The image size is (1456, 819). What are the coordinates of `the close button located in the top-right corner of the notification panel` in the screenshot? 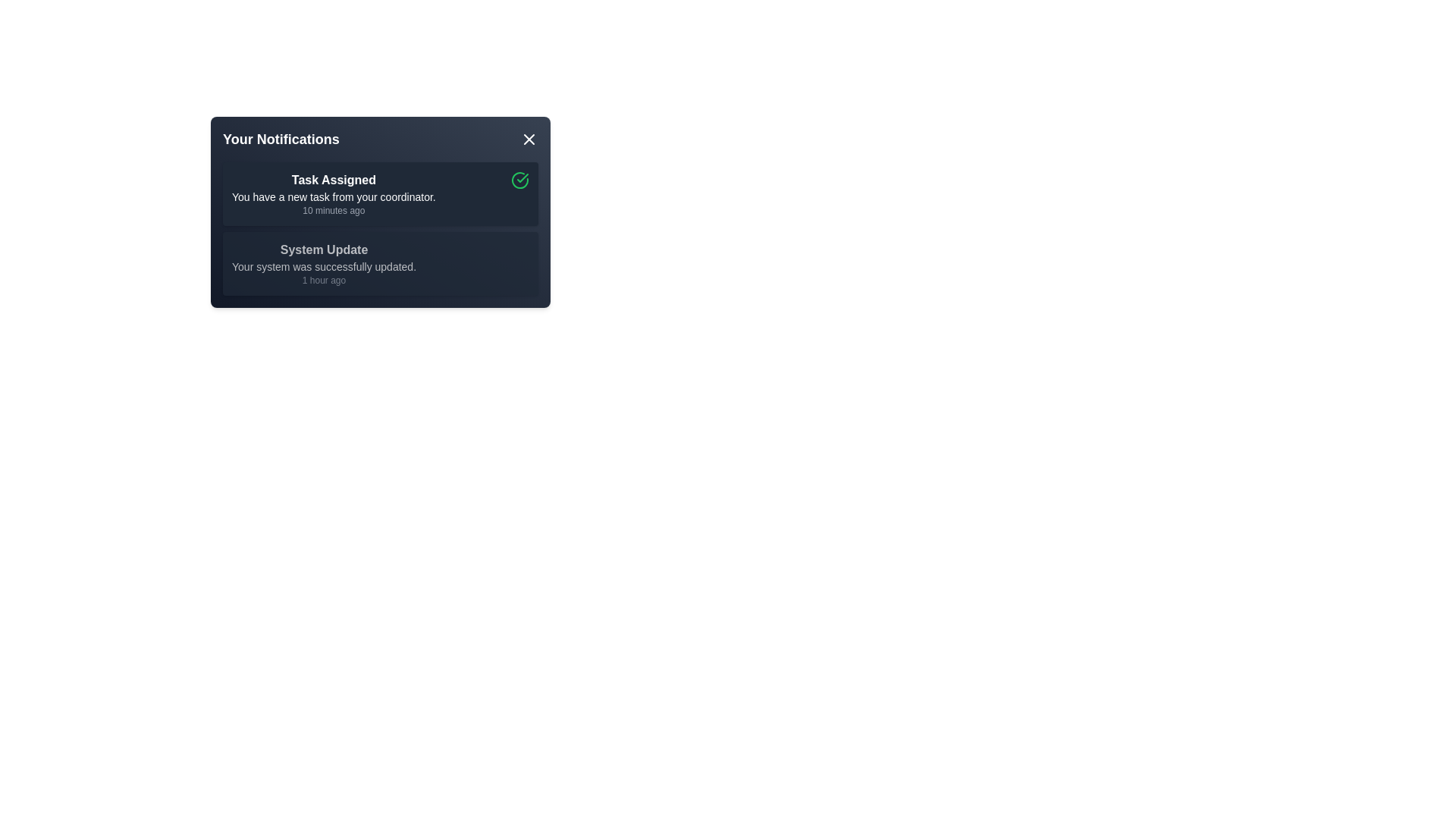 It's located at (529, 140).